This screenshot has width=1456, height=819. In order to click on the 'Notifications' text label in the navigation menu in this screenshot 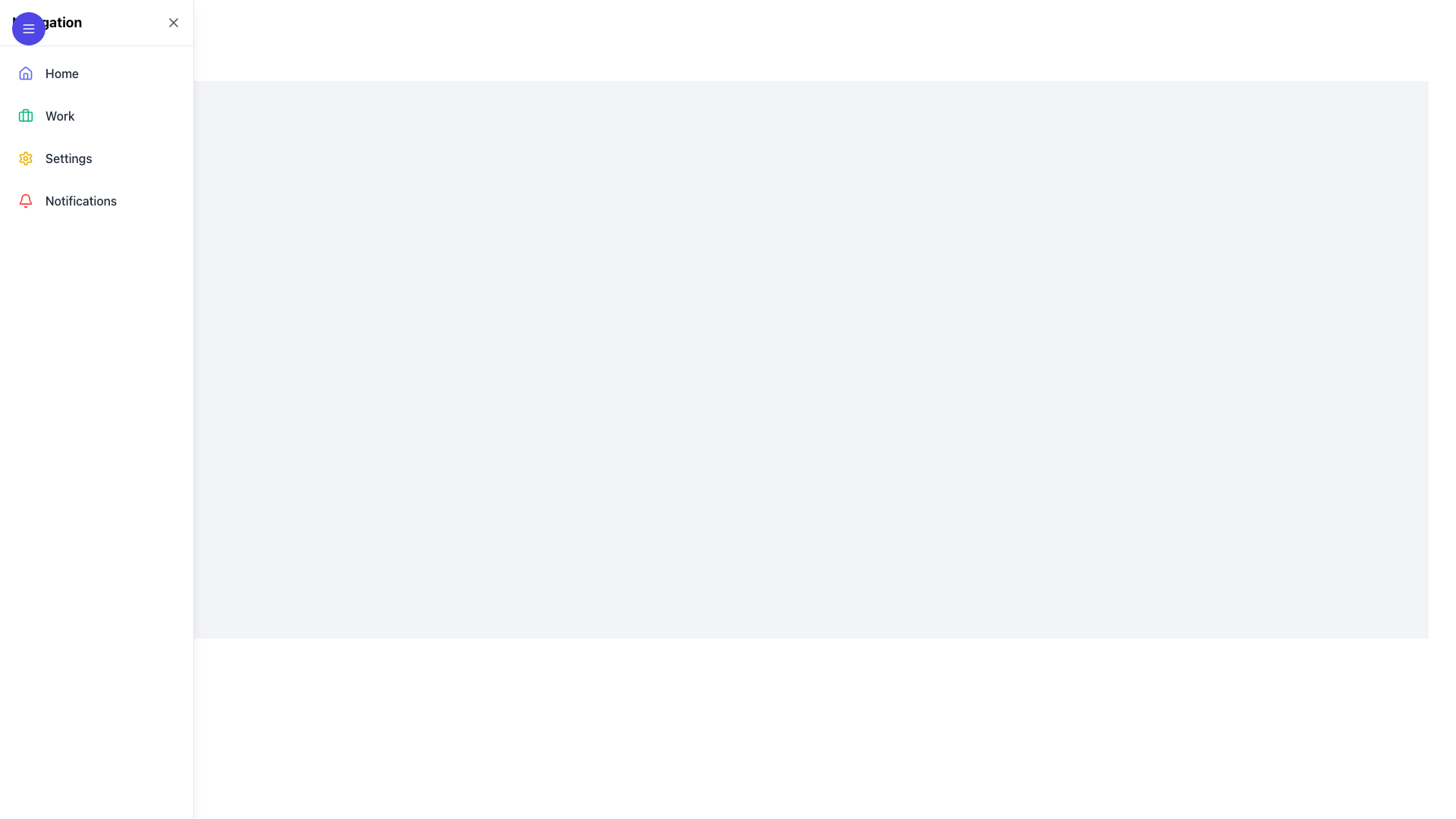, I will do `click(80, 200)`.